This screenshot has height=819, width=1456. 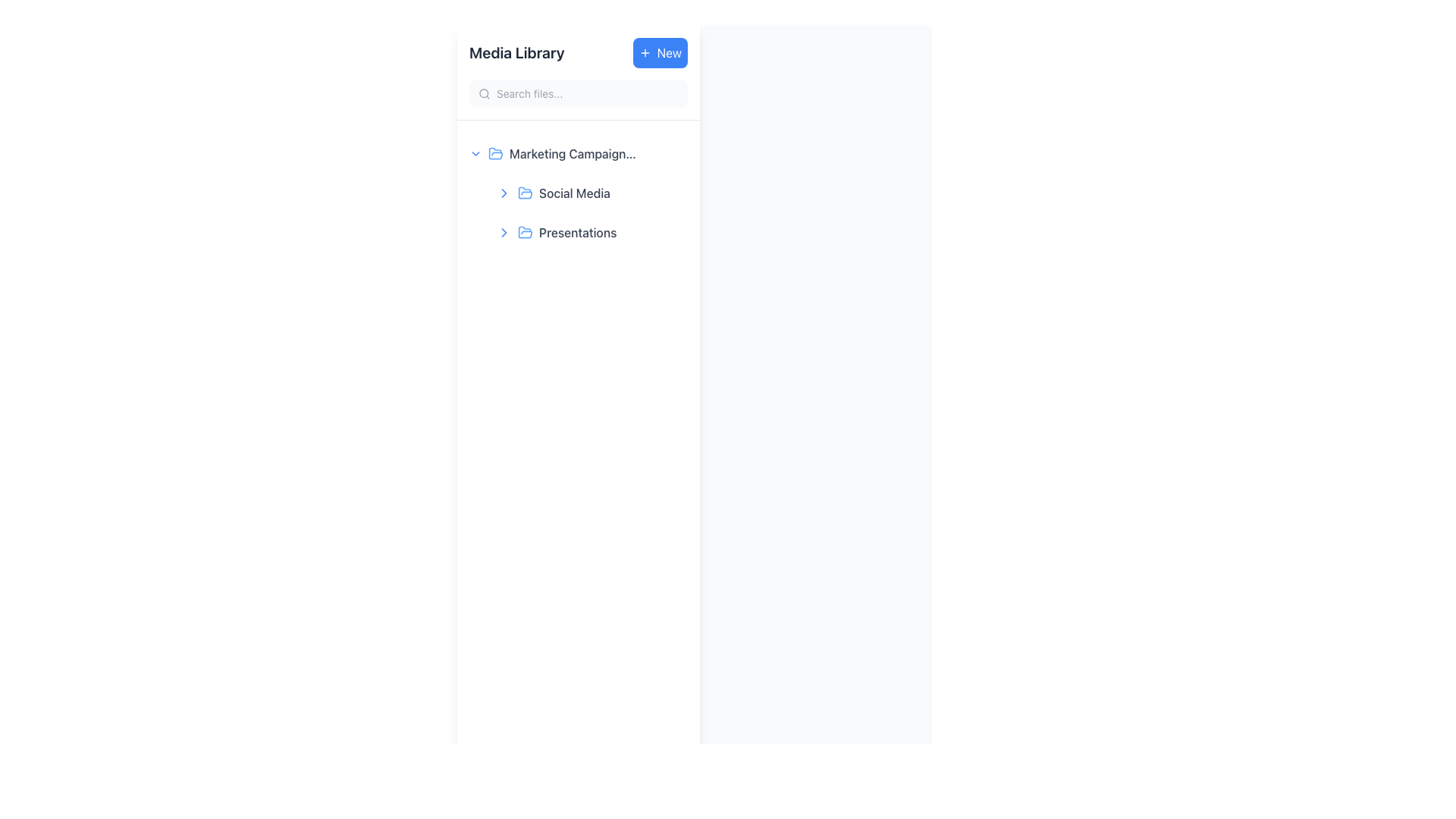 What do you see at coordinates (483, 93) in the screenshot?
I see `the decorative graphical element of the search icon located at the upper-left portion of the application interface` at bounding box center [483, 93].